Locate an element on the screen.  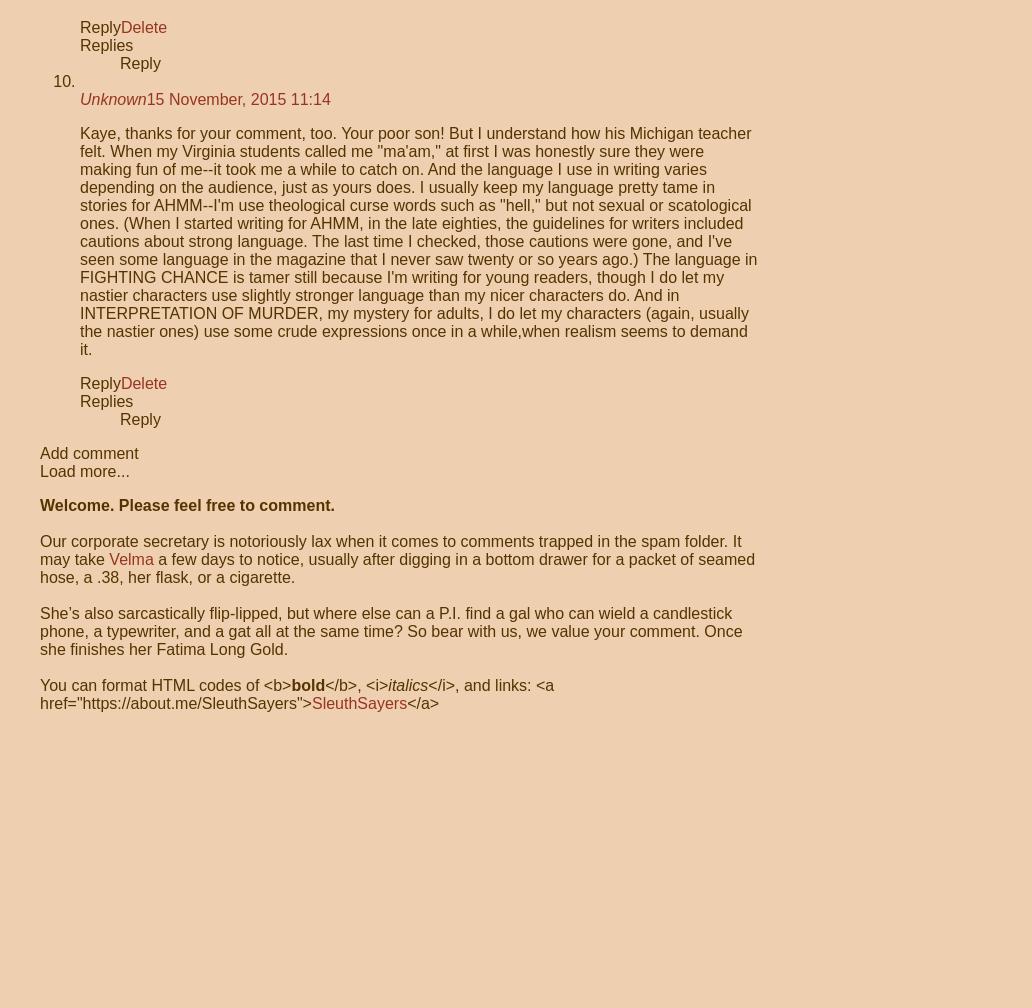
'You can format HTML codes of <b>' is located at coordinates (40, 685).